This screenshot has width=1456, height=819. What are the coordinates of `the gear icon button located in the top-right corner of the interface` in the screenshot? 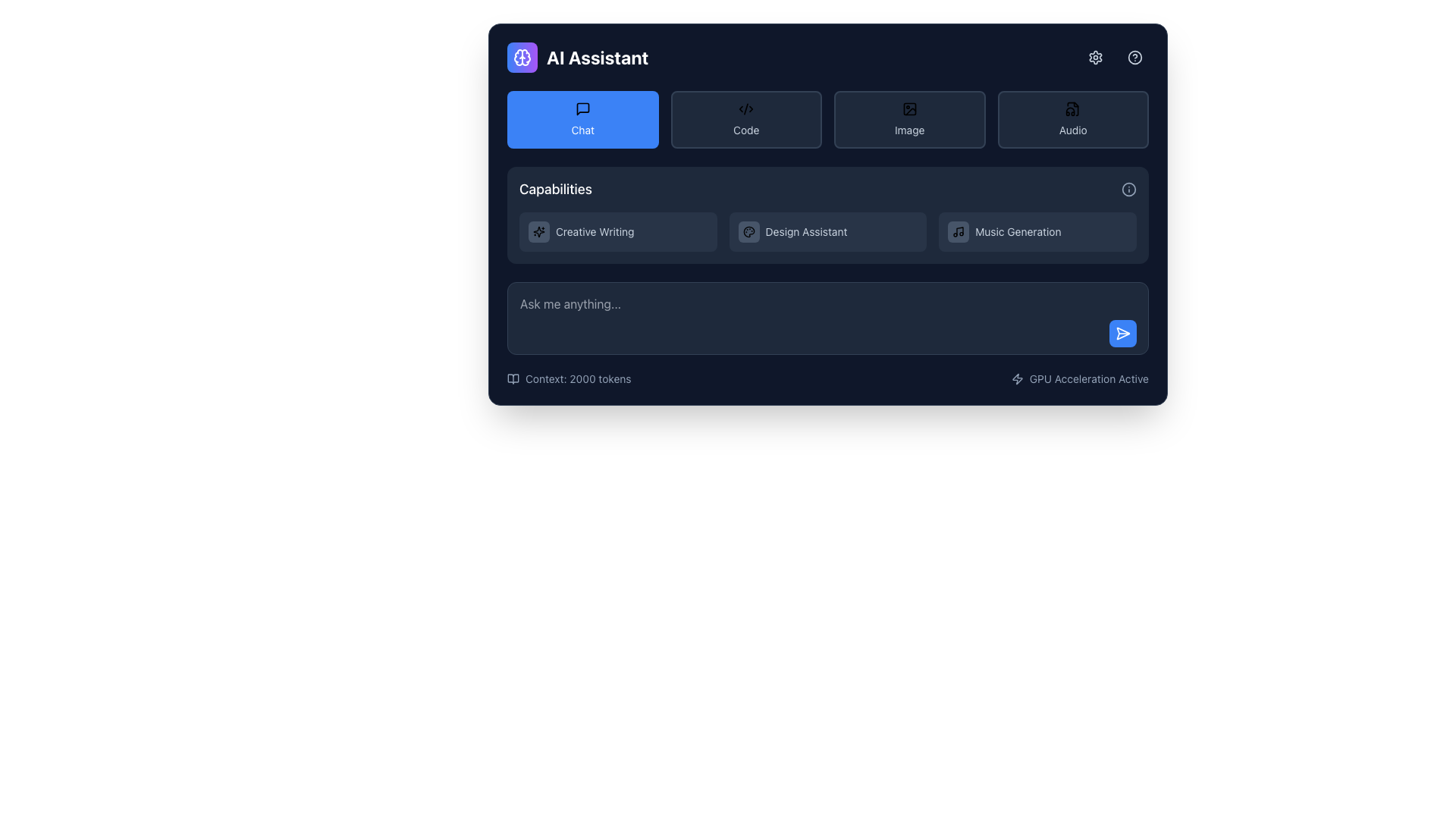 It's located at (1095, 57).